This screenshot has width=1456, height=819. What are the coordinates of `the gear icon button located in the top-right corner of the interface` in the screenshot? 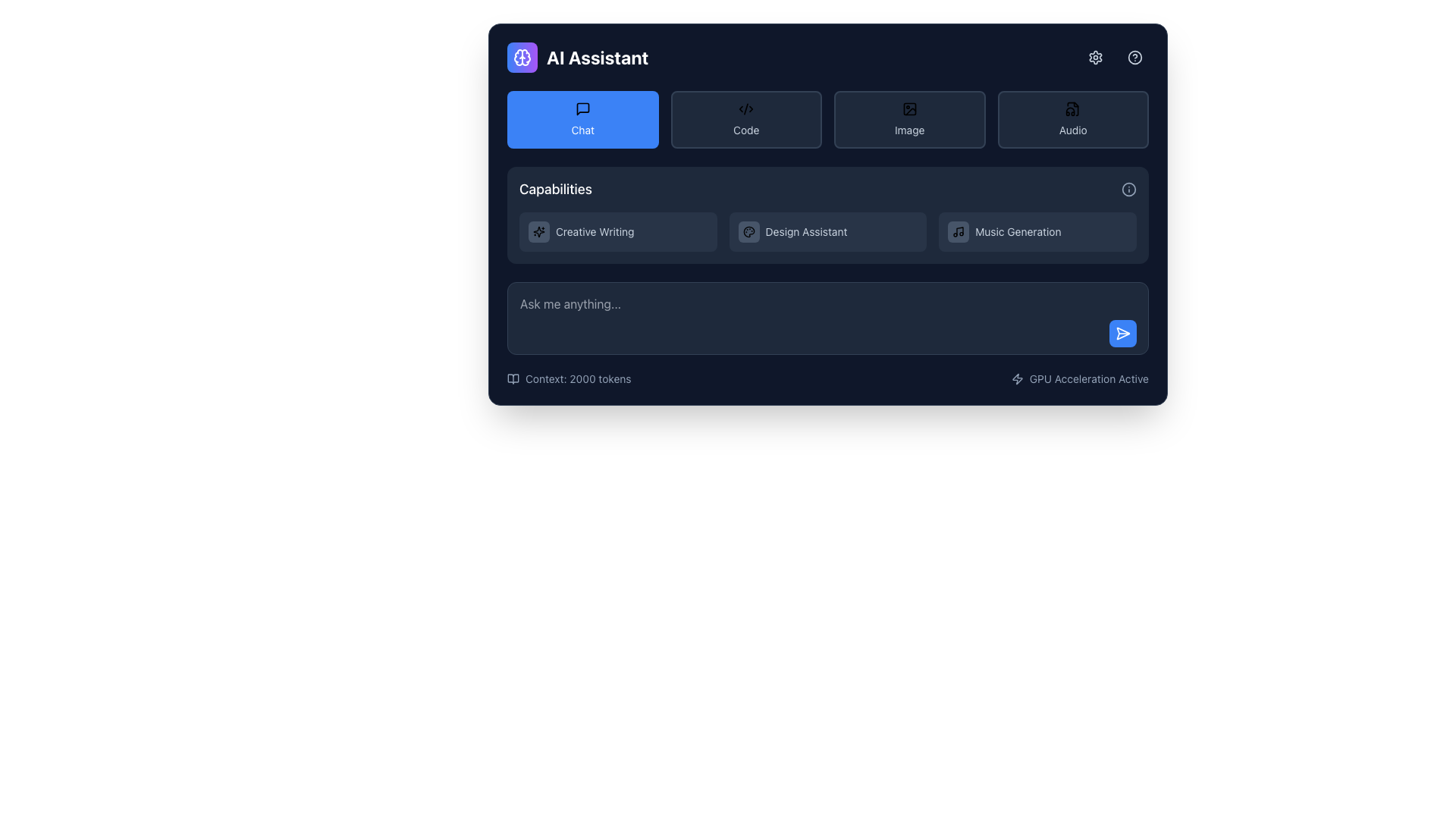 It's located at (1095, 57).